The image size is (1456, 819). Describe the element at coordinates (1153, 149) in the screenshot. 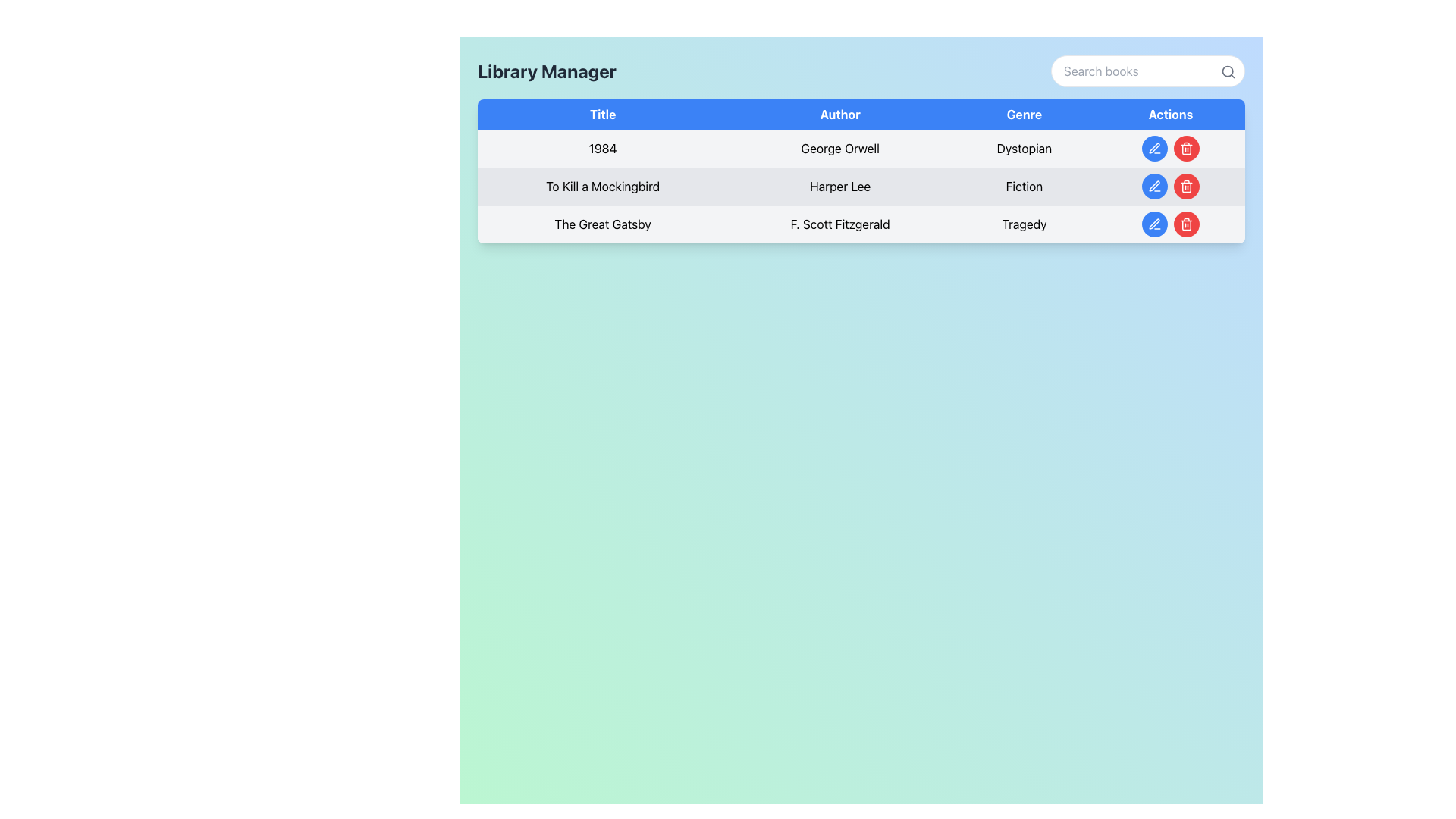

I see `the circular blue button with a white pen icon located in the 'Actions' column of the first row in the table` at that location.